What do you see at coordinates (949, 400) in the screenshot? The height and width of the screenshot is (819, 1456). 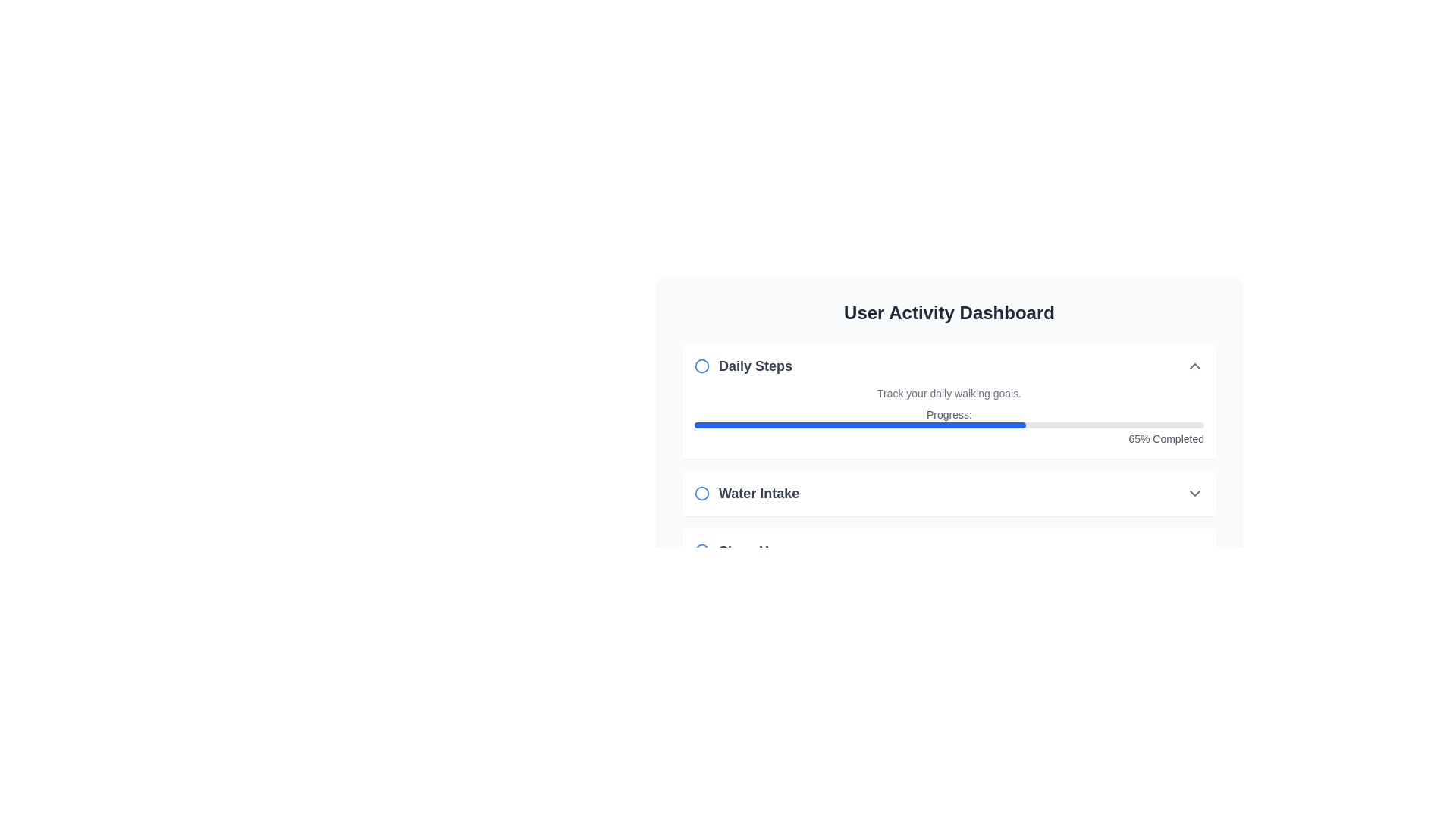 I see `the informational card displaying the user's daily step activity and progress bar, which is the first card in the 'User Activity Dashboard' section` at bounding box center [949, 400].